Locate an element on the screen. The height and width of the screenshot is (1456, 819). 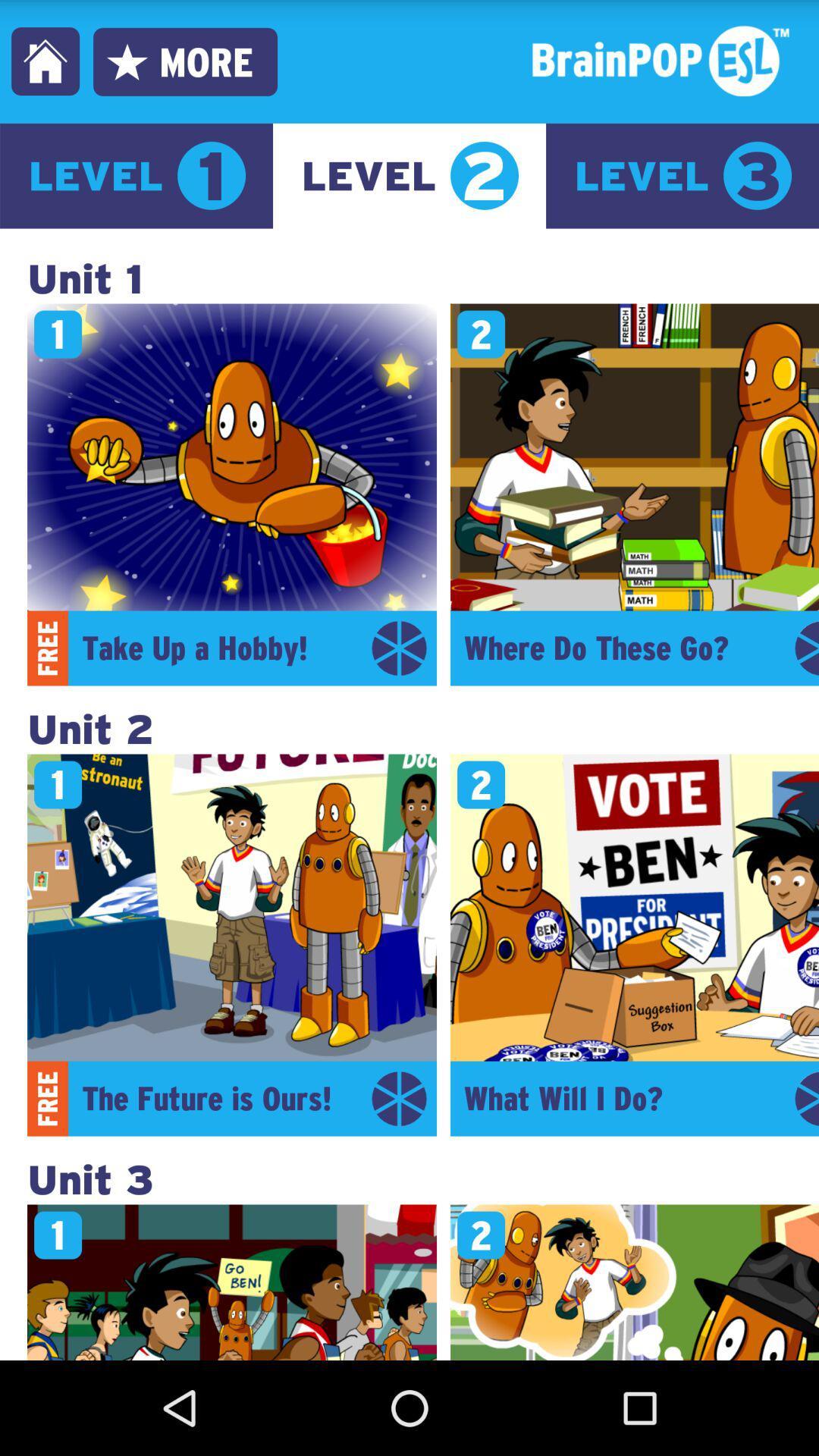
move to the text at the top right corner is located at coordinates (654, 61).